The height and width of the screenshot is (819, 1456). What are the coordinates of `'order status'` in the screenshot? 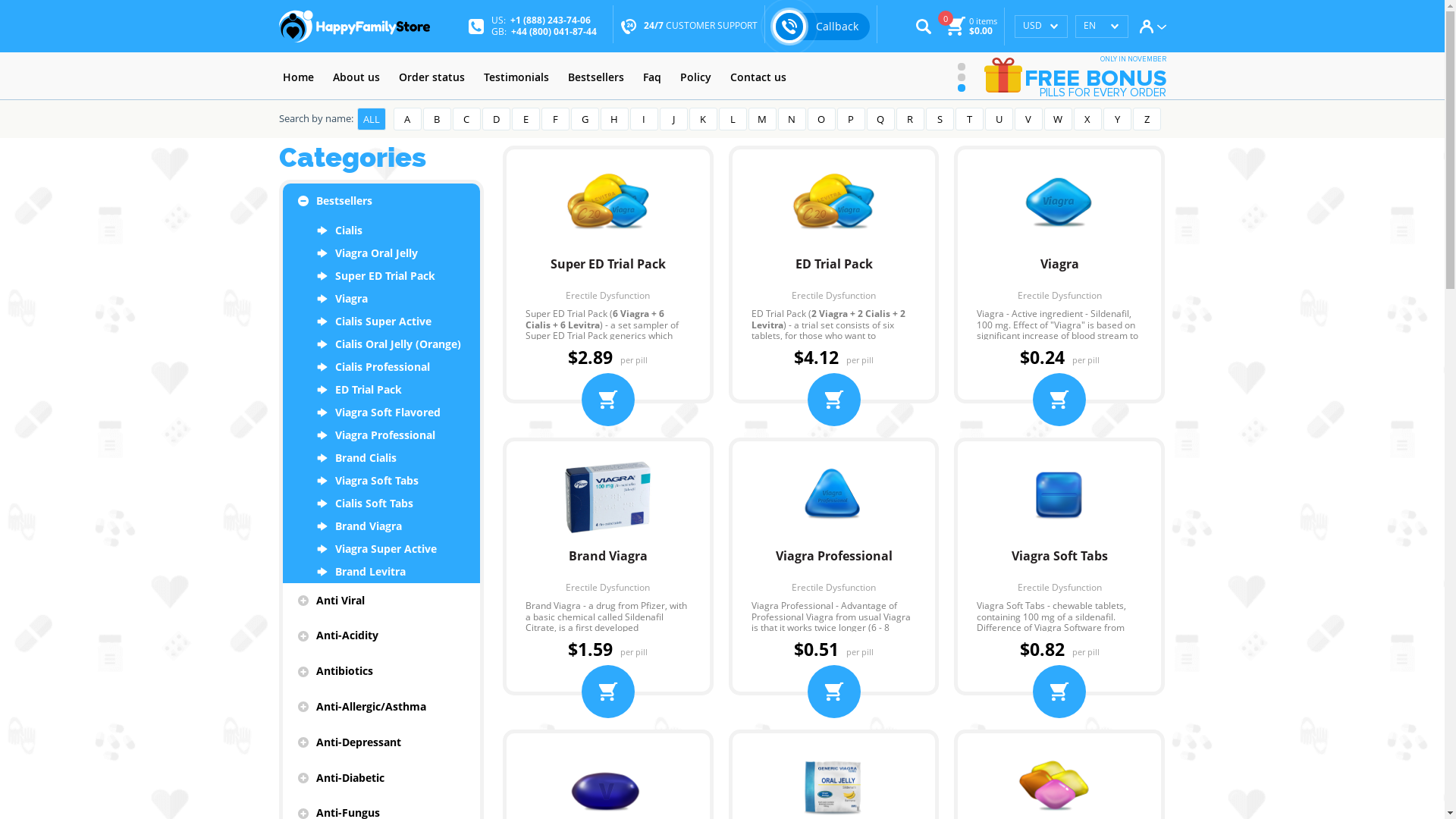 It's located at (430, 77).